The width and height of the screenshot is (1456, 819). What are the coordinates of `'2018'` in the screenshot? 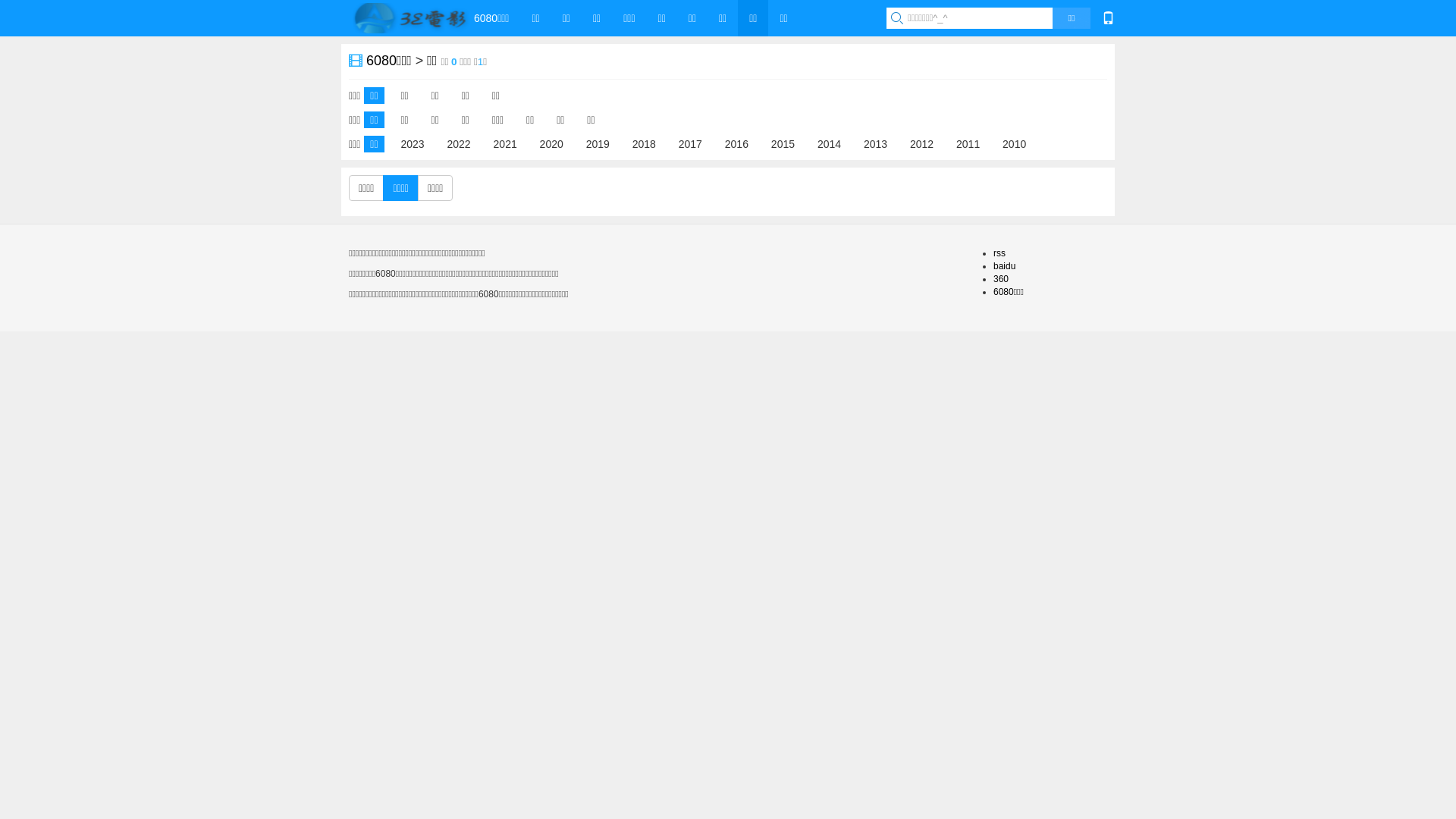 It's located at (626, 143).